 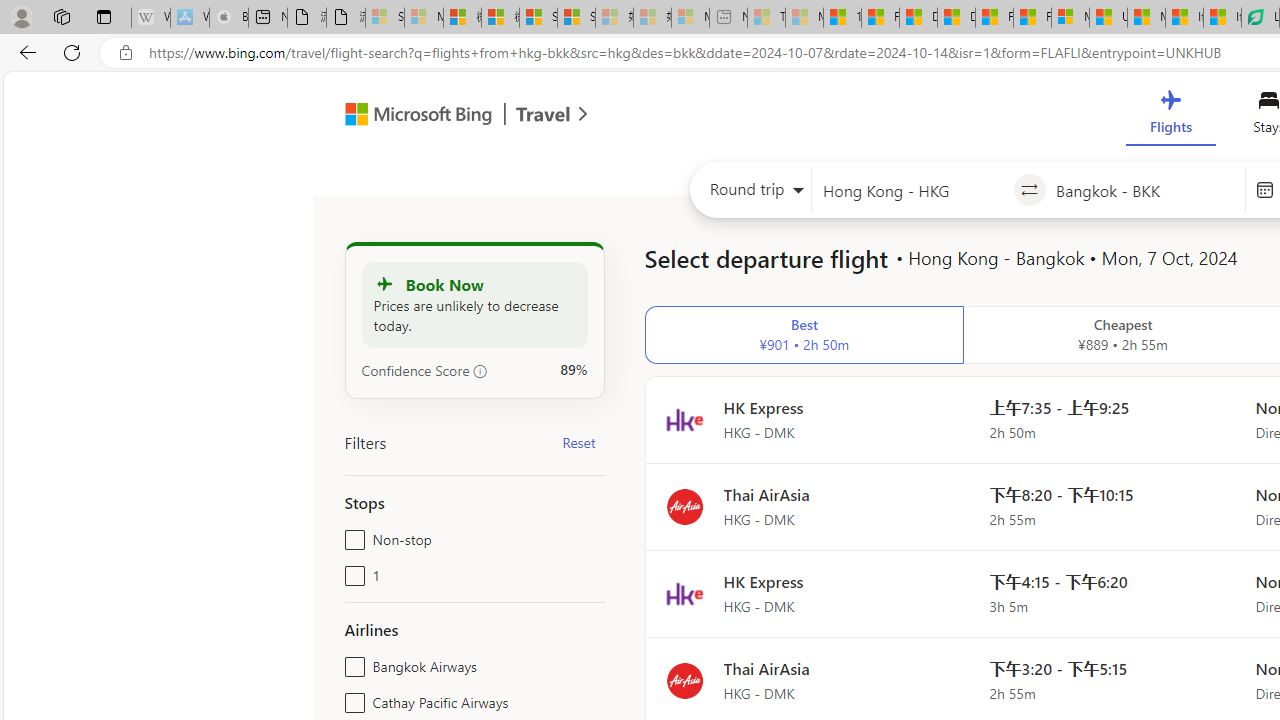 What do you see at coordinates (351, 535) in the screenshot?
I see `'Non-stop'` at bounding box center [351, 535].